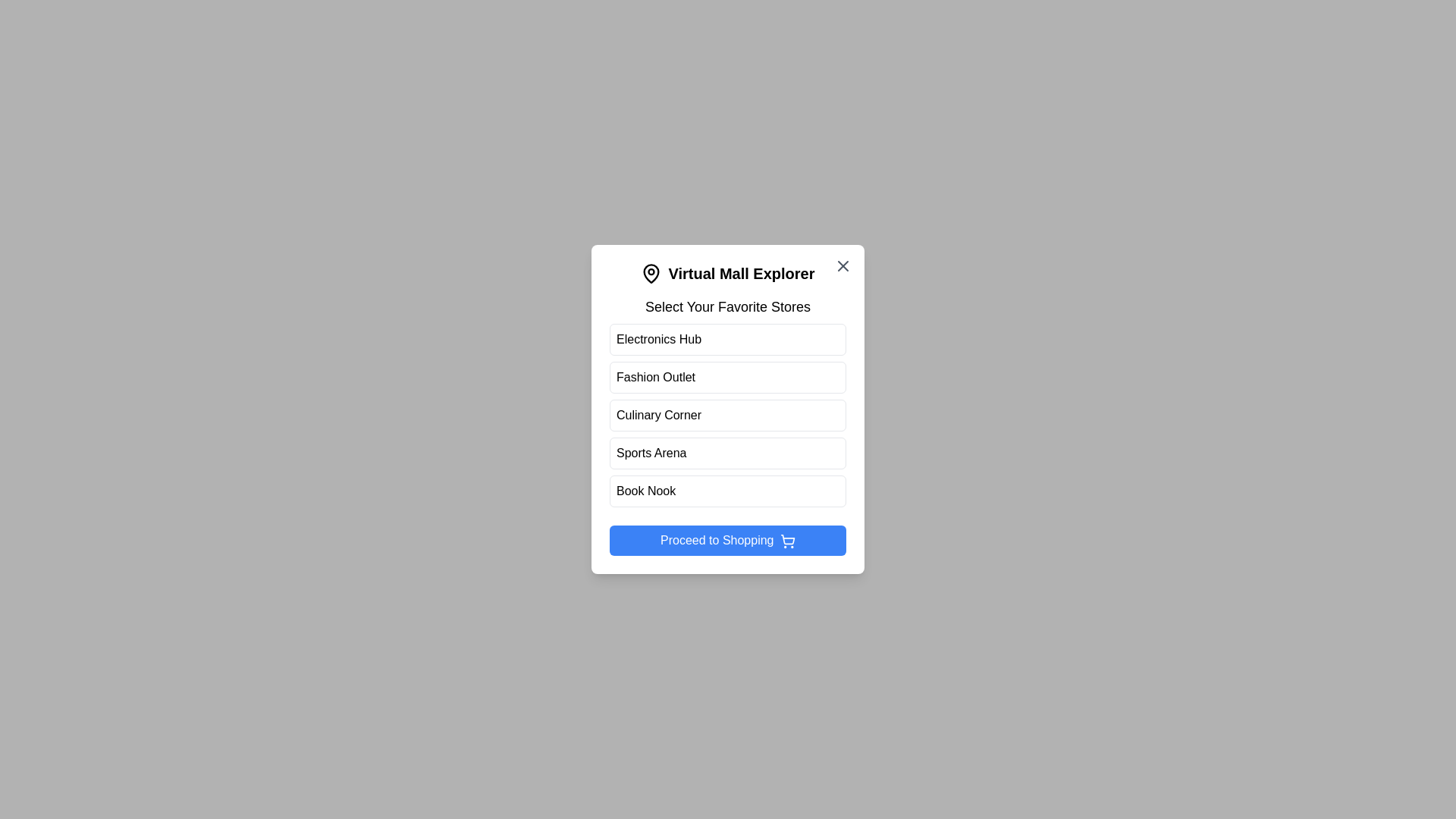 The image size is (1456, 819). Describe the element at coordinates (787, 540) in the screenshot. I see `the shopping icon located on the right side of the 'Proceed to Shopping' button` at that location.